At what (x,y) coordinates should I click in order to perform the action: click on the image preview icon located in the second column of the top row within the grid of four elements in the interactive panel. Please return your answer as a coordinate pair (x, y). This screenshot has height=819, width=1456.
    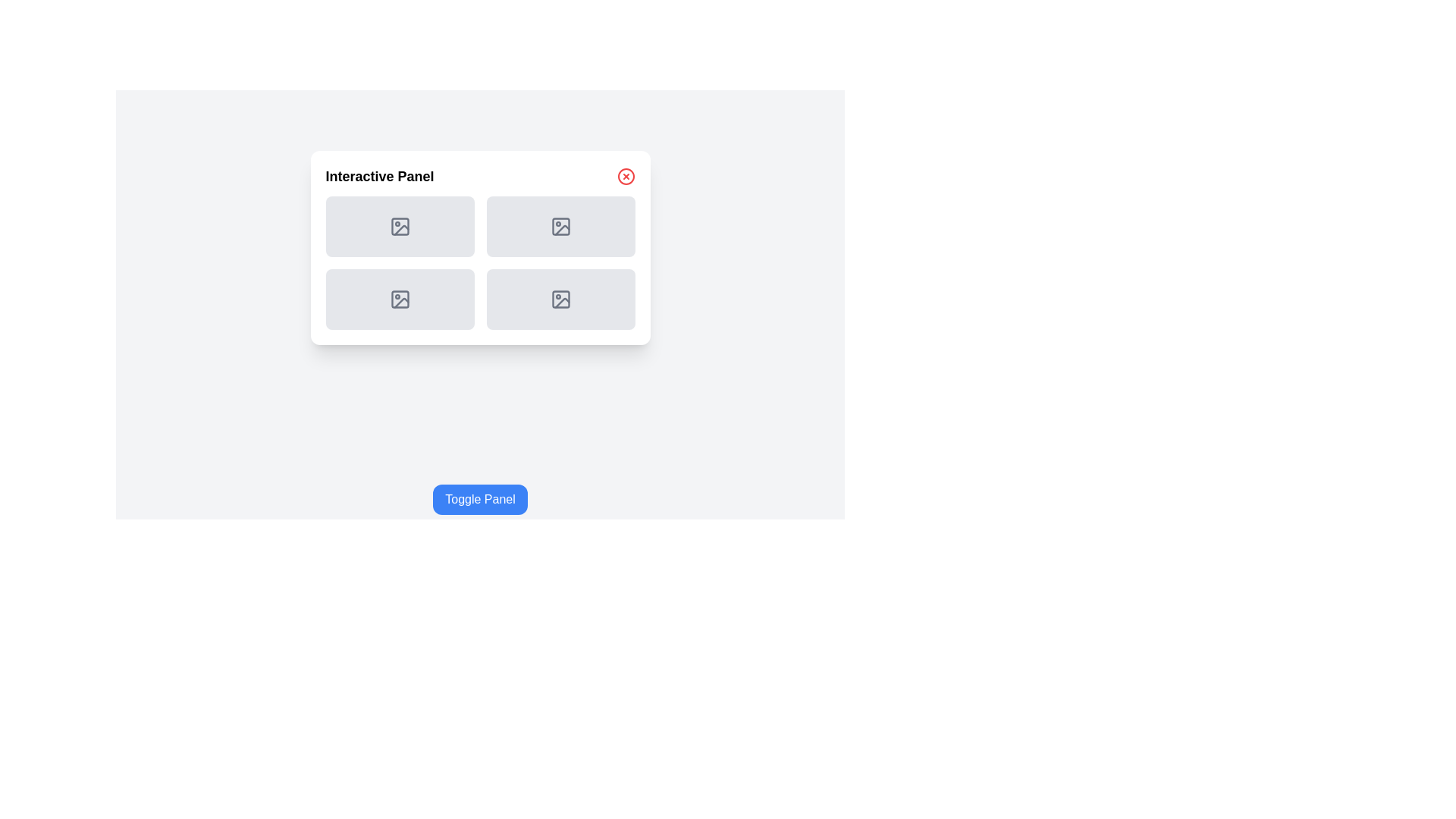
    Looking at the image, I should click on (560, 227).